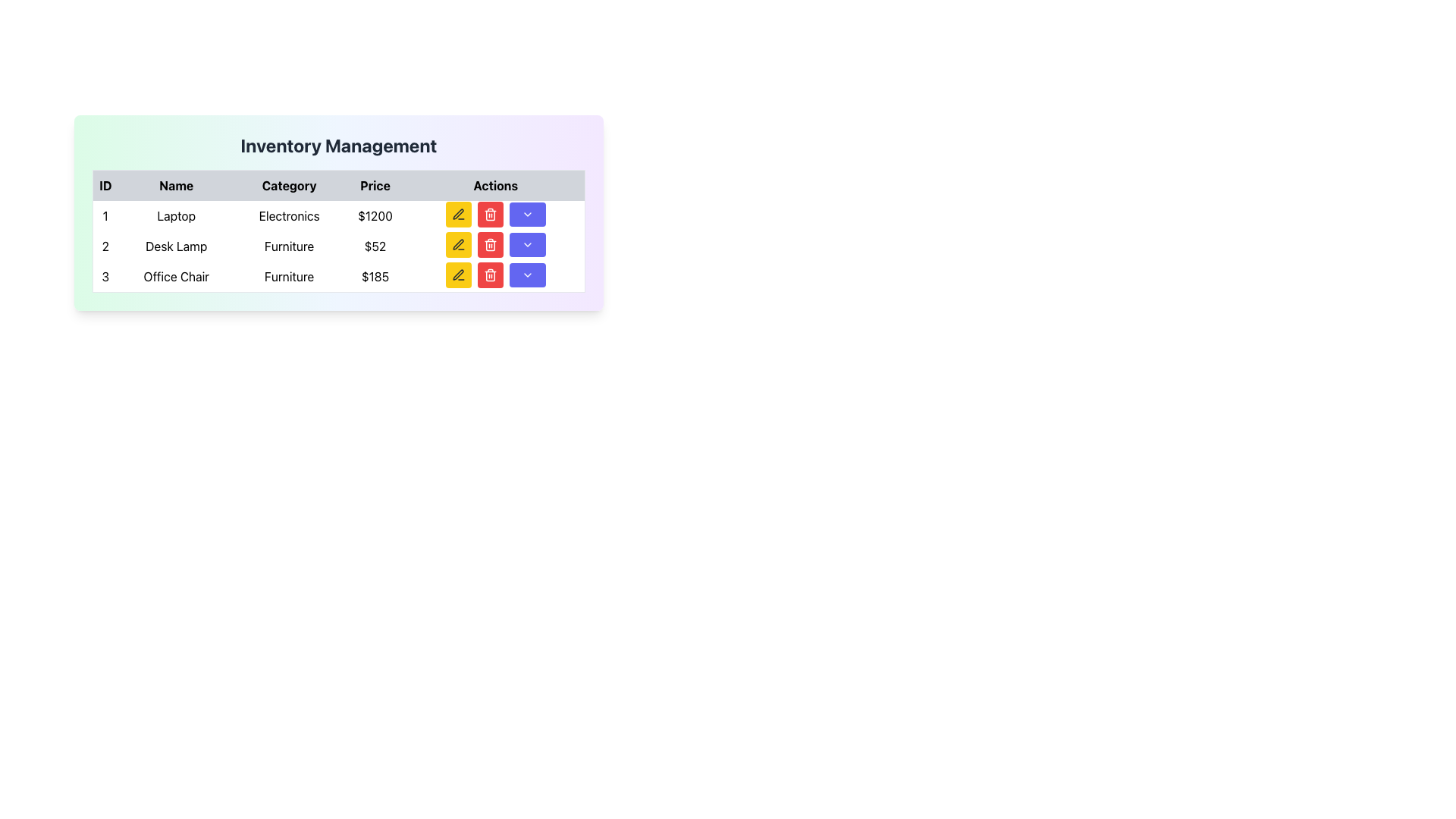 The height and width of the screenshot is (819, 1456). What do you see at coordinates (457, 275) in the screenshot?
I see `the first button in the 'Actions' column of the last row in the 'Inventory Management' table` at bounding box center [457, 275].